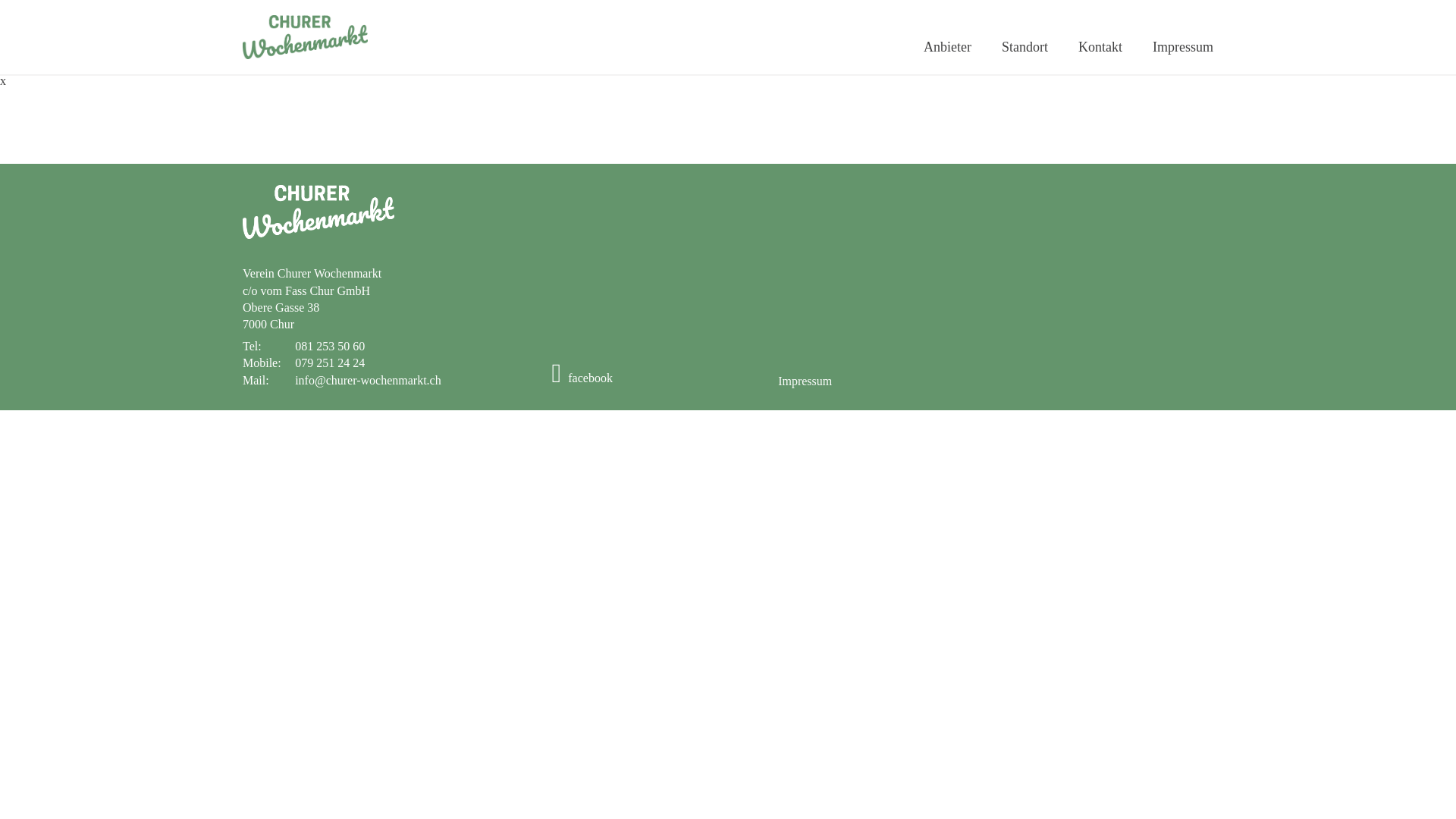 The height and width of the screenshot is (819, 1456). What do you see at coordinates (1182, 46) in the screenshot?
I see `'Impressum'` at bounding box center [1182, 46].